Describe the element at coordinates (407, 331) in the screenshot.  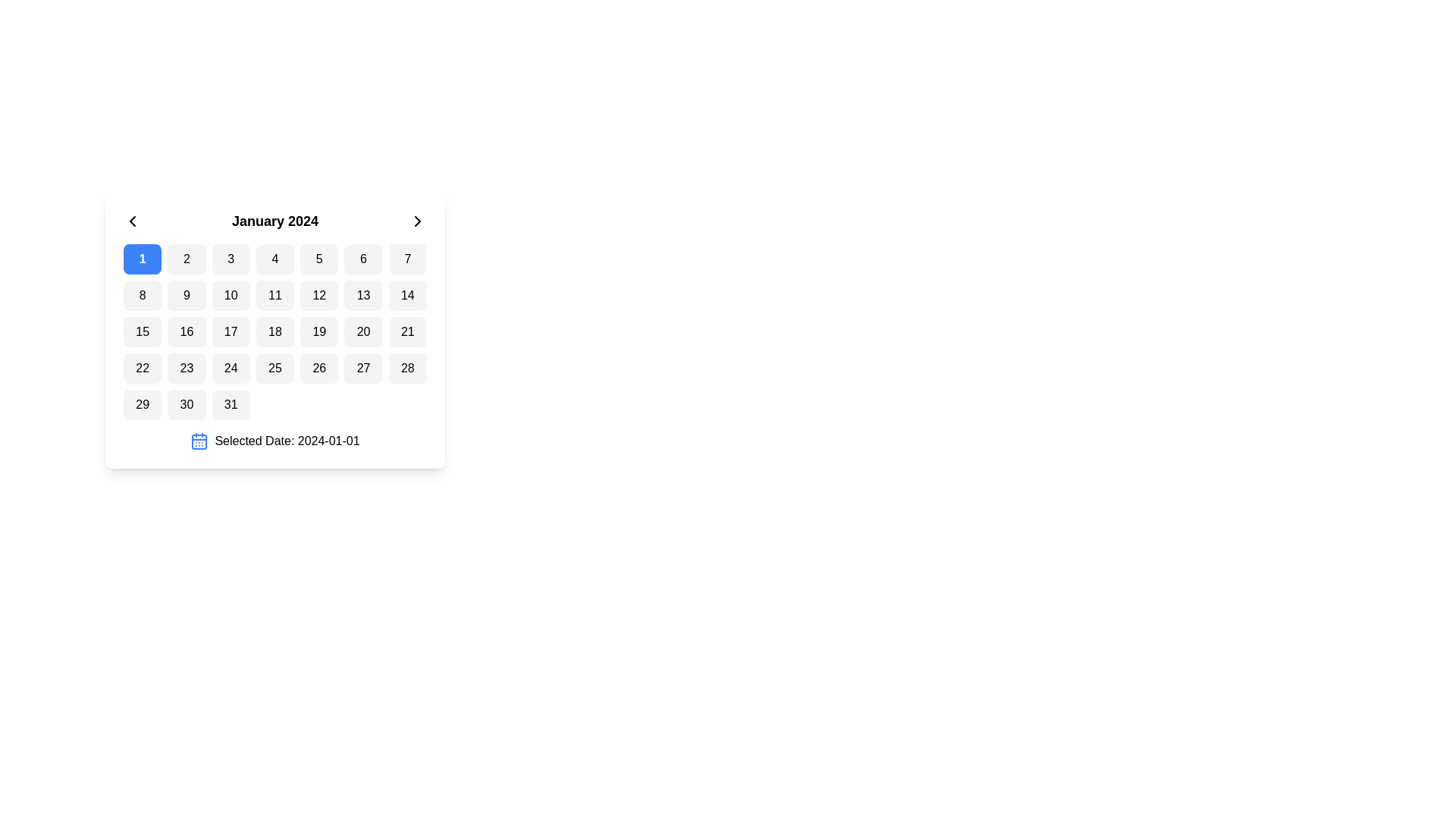
I see `the button displaying the number '21' in a bold font within a rounded rectangle` at that location.